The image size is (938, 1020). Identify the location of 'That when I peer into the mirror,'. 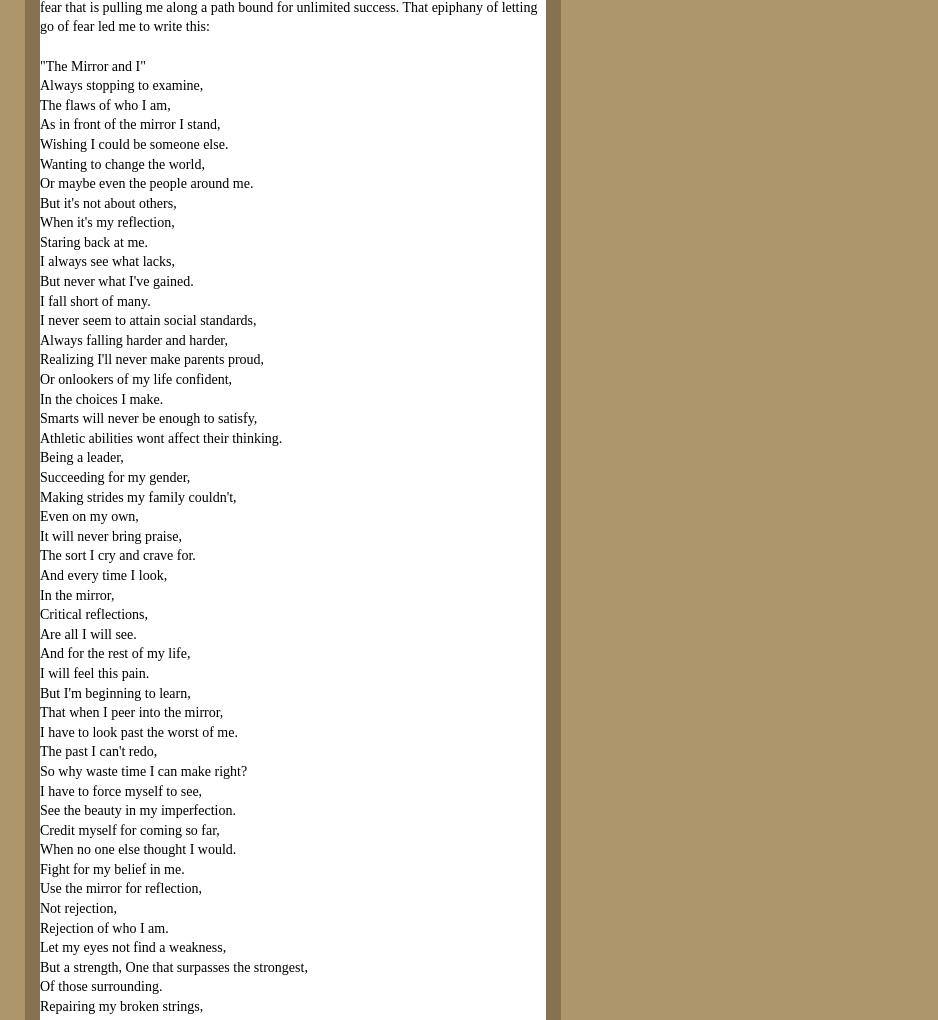
(130, 711).